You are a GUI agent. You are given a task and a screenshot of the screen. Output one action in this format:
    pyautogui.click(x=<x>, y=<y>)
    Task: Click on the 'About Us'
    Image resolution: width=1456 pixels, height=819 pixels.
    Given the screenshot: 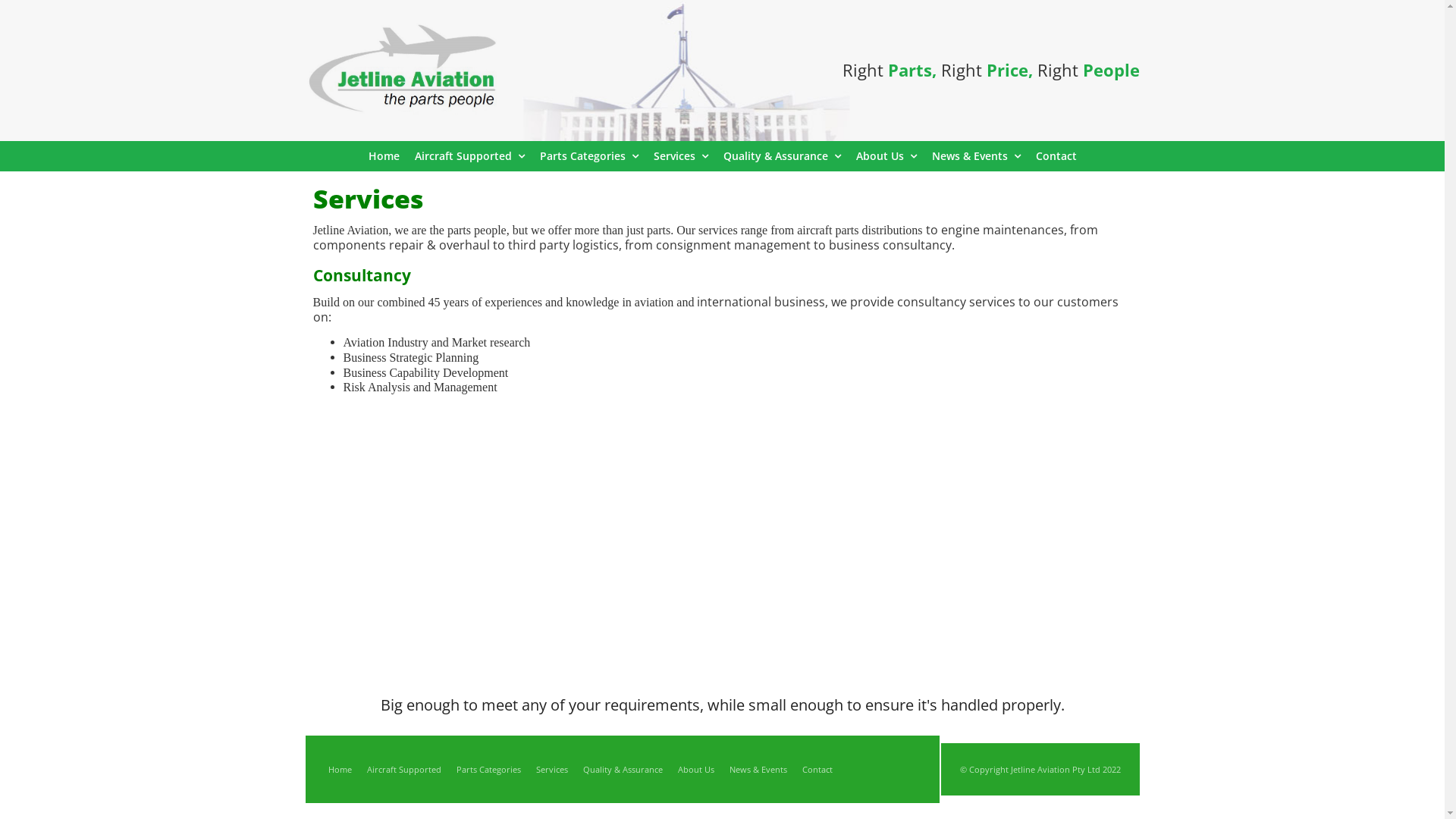 What is the action you would take?
    pyautogui.click(x=885, y=155)
    